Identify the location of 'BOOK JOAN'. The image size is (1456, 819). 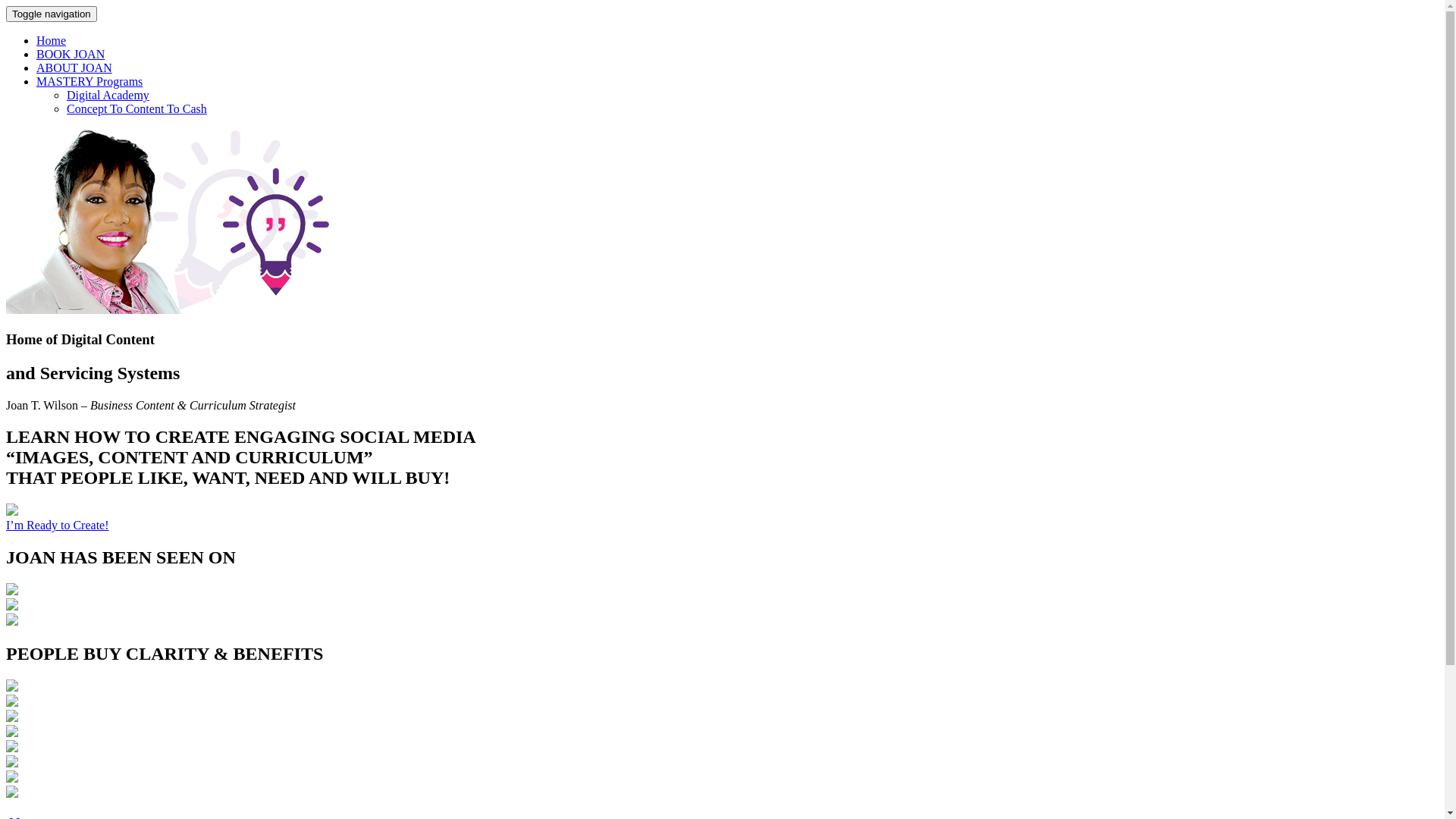
(36, 53).